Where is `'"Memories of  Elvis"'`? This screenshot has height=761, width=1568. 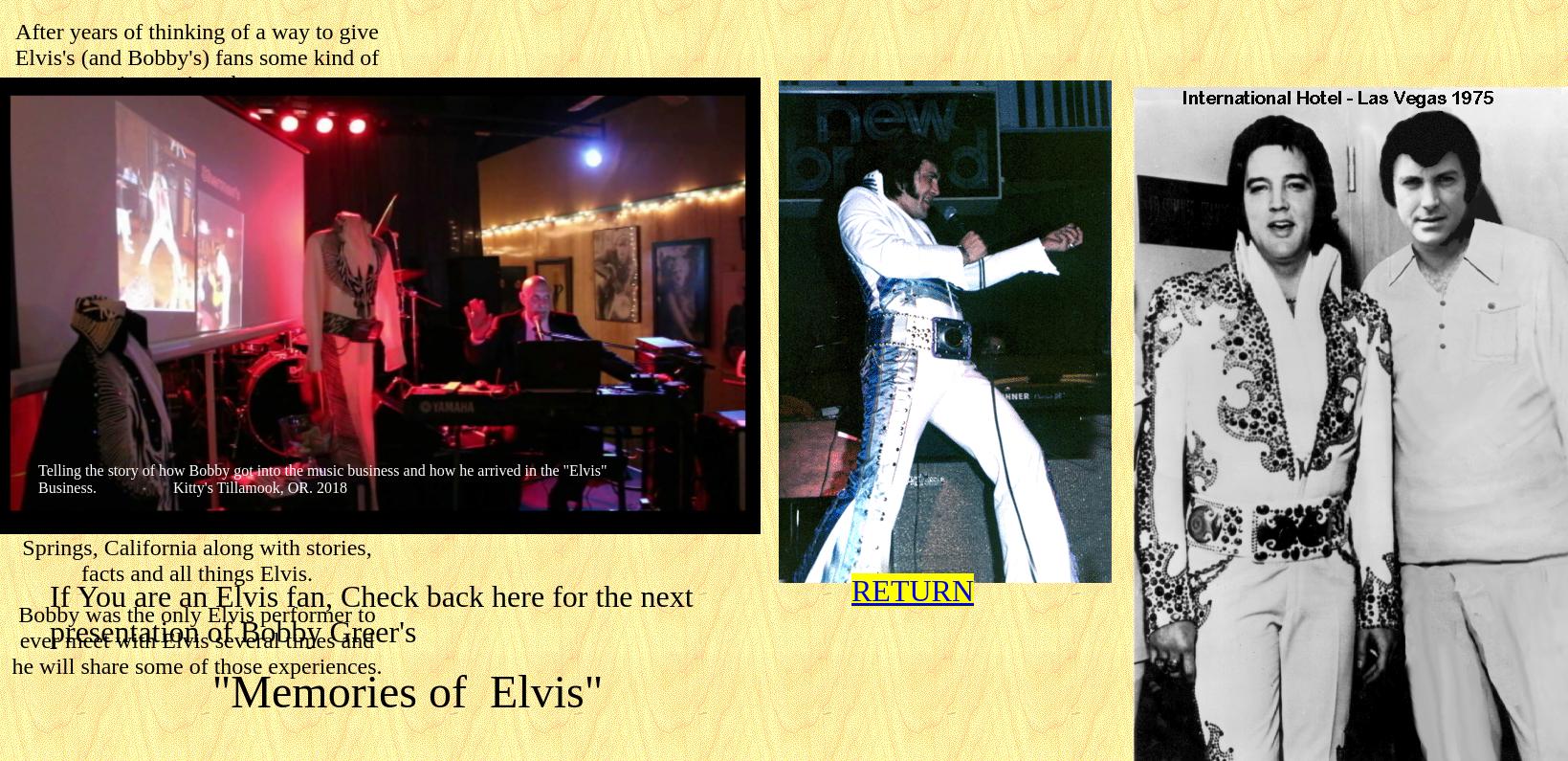 '"Memories of  Elvis"' is located at coordinates (407, 691).